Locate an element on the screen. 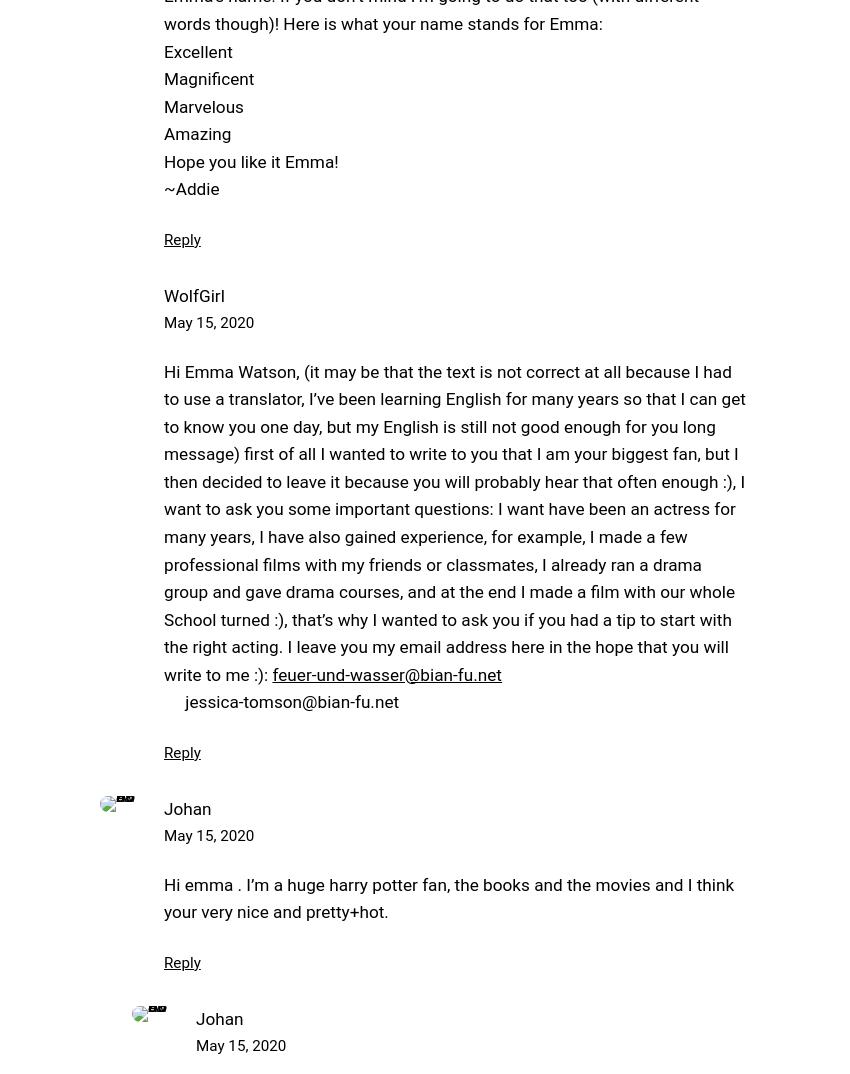 The width and height of the screenshot is (850, 1074). 'jessica-tomson@bian-fu.net' is located at coordinates (280, 701).